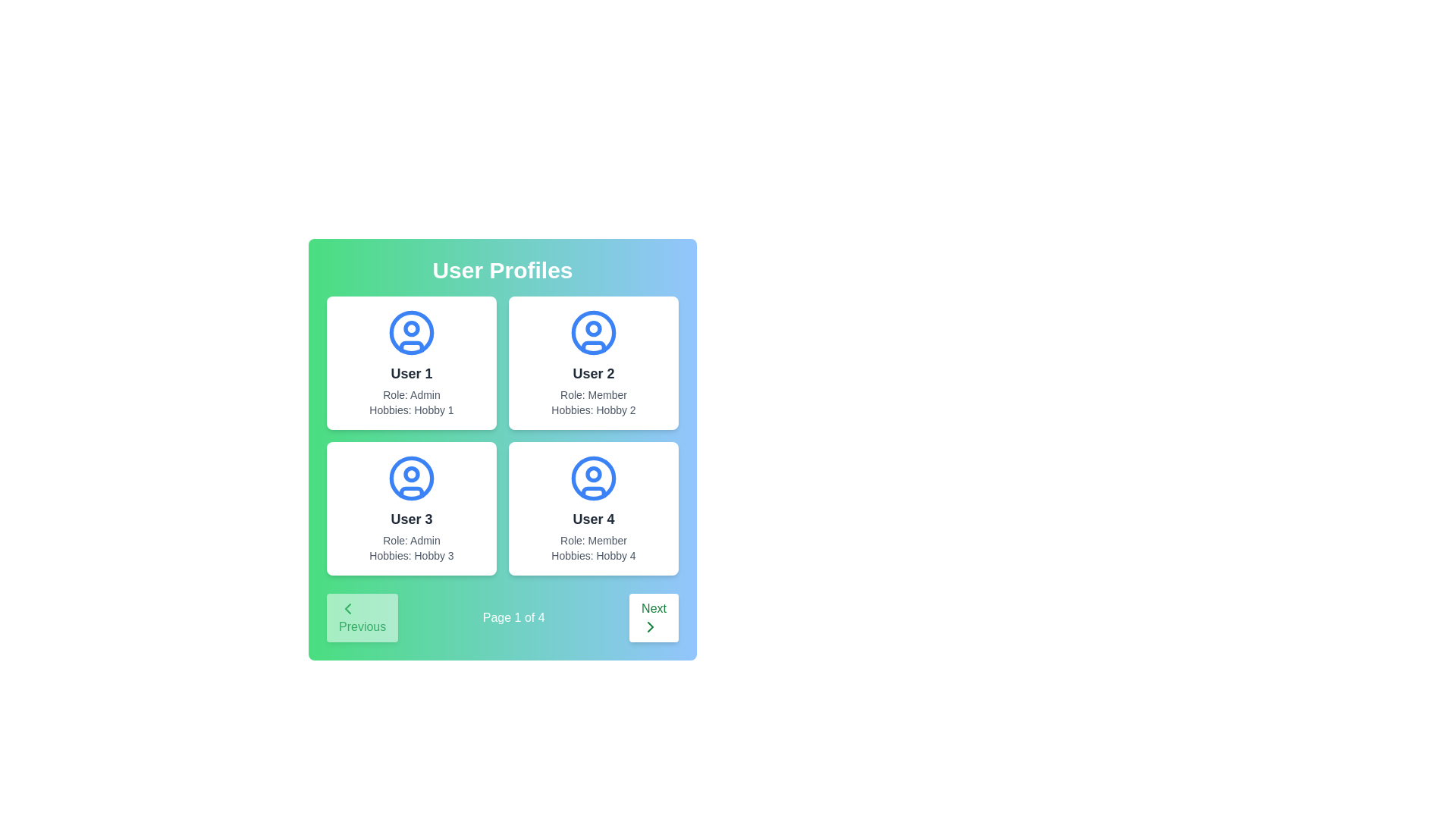  I want to click on the Static Label displaying 'User 2', which is a bold dark gray text positioned at the top-right of a white rounded rectangular card, above the other details, so click(592, 374).